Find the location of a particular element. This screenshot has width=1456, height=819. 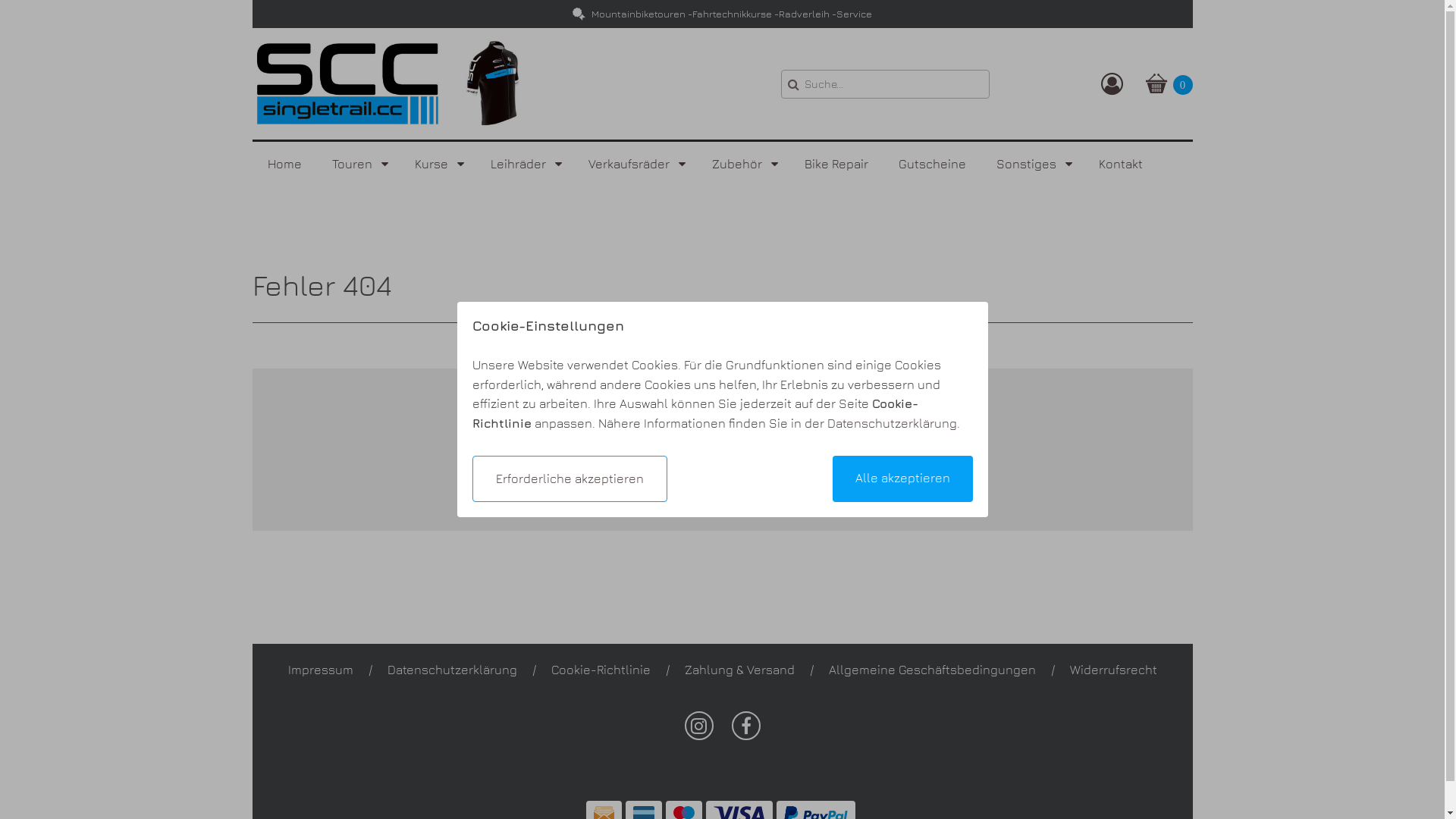

'Kontakt' is located at coordinates (1120, 164).